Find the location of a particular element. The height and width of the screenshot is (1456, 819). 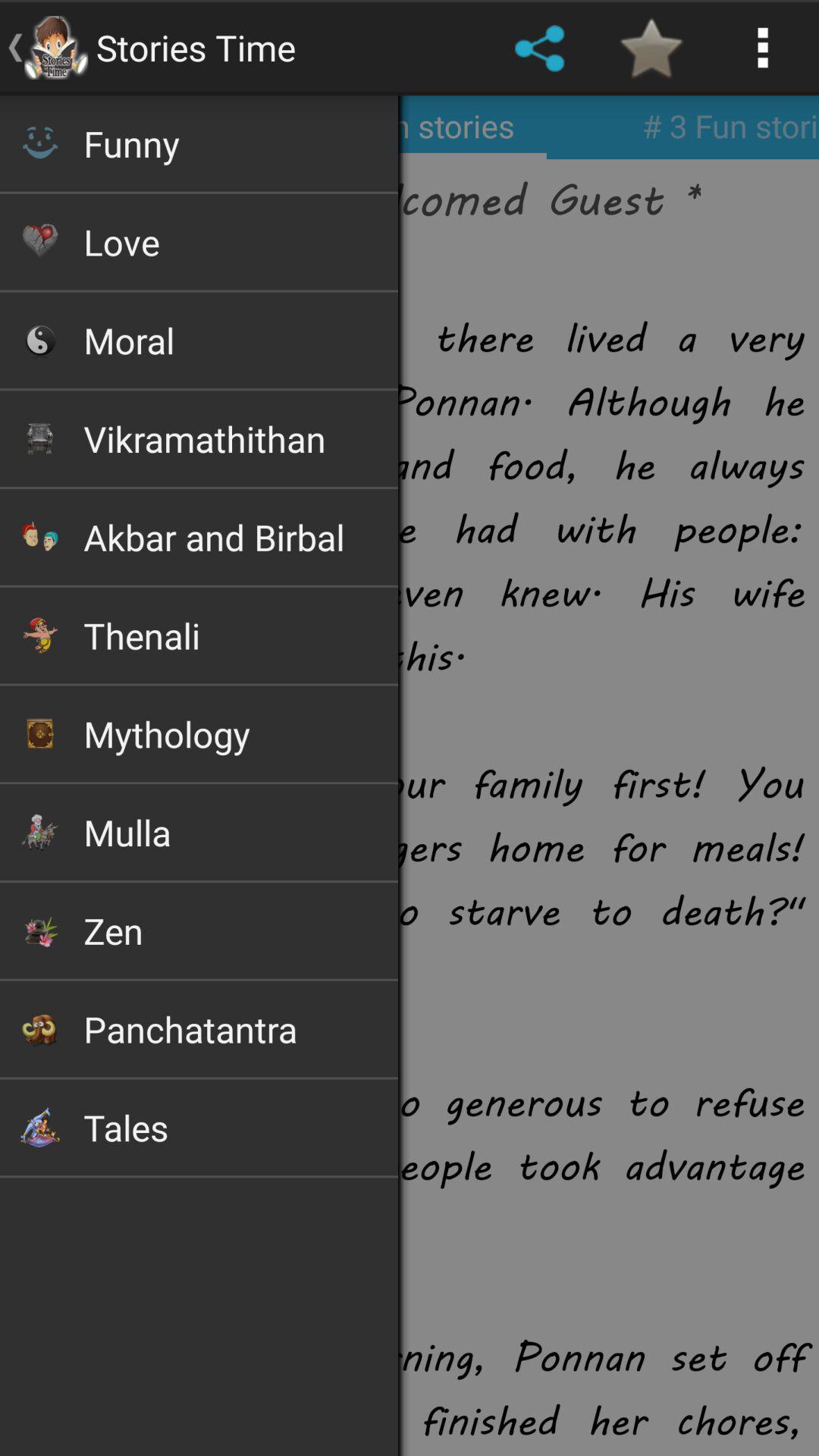

image left side of panchatantra is located at coordinates (39, 1028).